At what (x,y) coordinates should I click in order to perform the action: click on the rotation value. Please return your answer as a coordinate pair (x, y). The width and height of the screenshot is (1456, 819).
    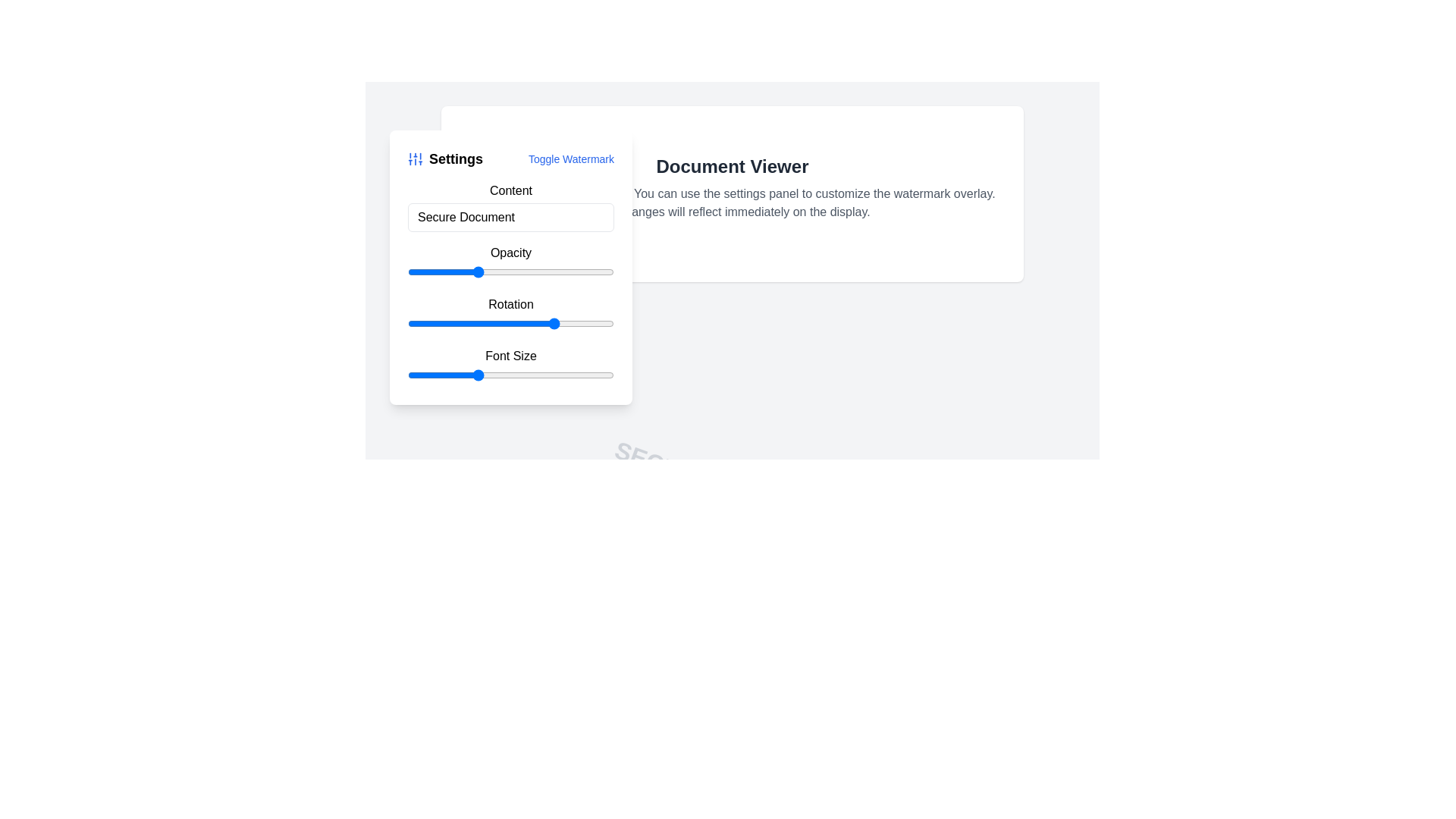
    Looking at the image, I should click on (565, 323).